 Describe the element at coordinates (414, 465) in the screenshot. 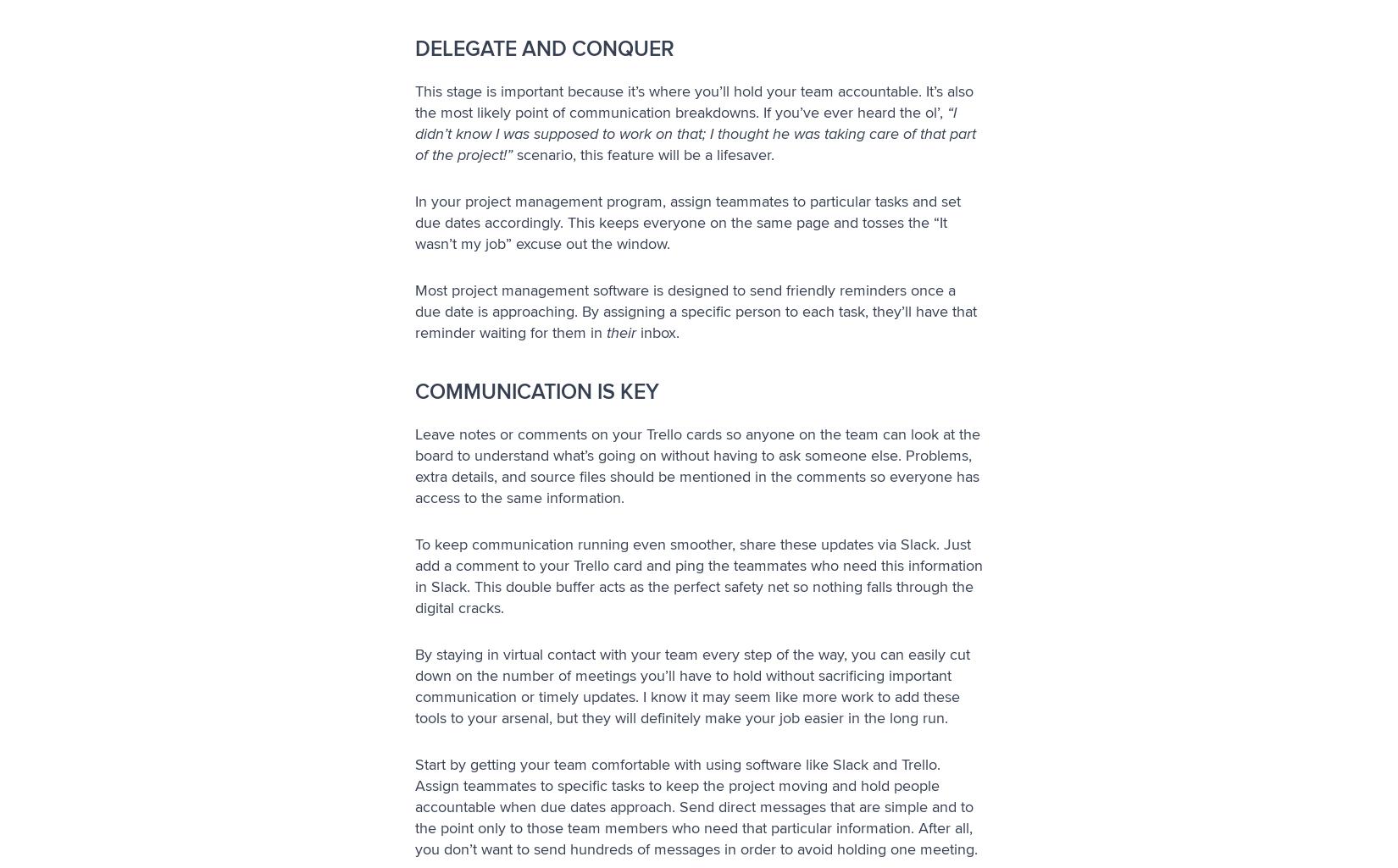

I see `'Leave notes or comments on your Trello cards so anyone on the team can look at the board to understand what’s going on without having to ask someone else. Problems, extra details, and source files should be mentioned in the comments so everyone has access to the same information.'` at that location.